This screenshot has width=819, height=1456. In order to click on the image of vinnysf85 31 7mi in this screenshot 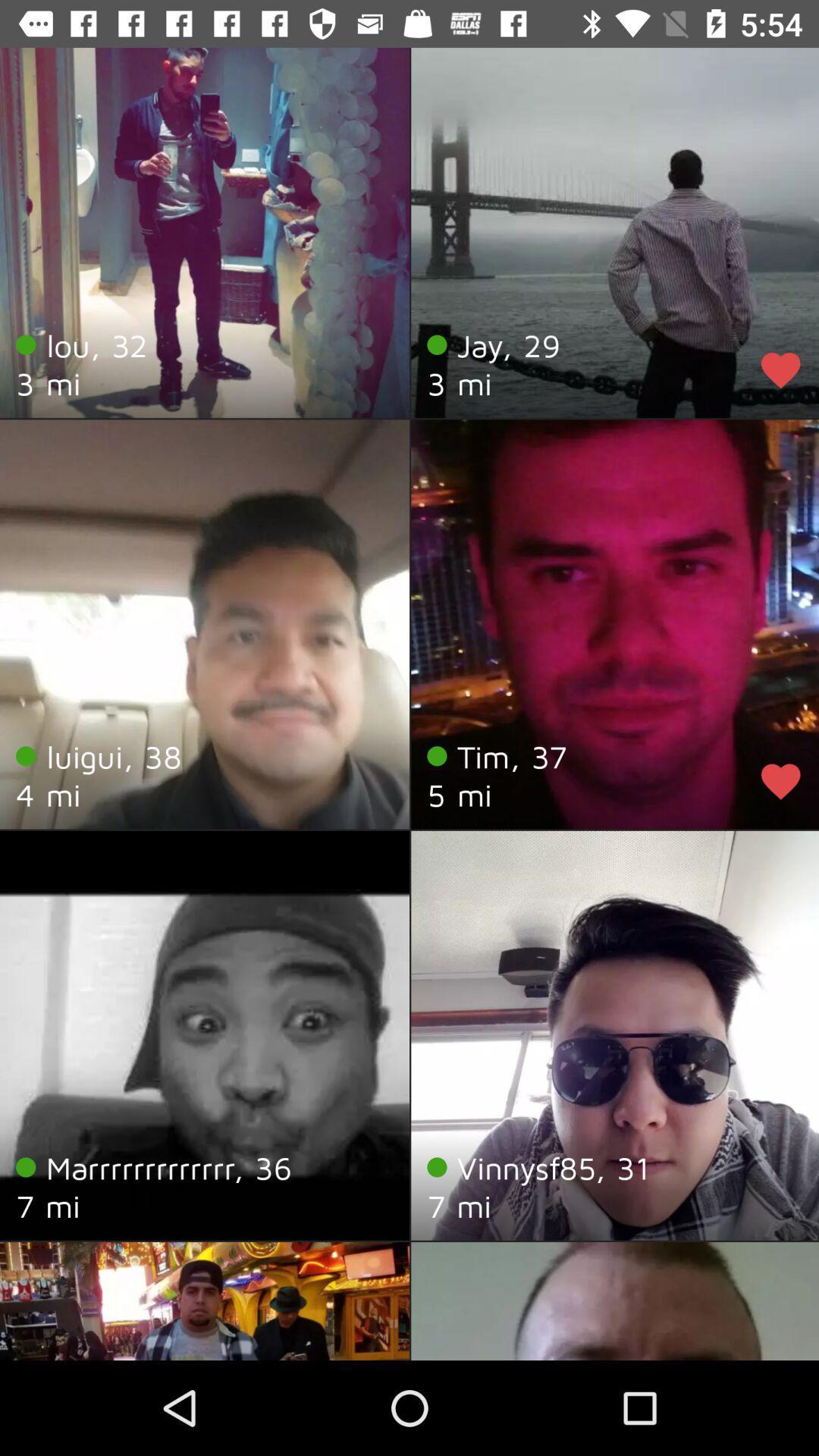, I will do `click(614, 1035)`.